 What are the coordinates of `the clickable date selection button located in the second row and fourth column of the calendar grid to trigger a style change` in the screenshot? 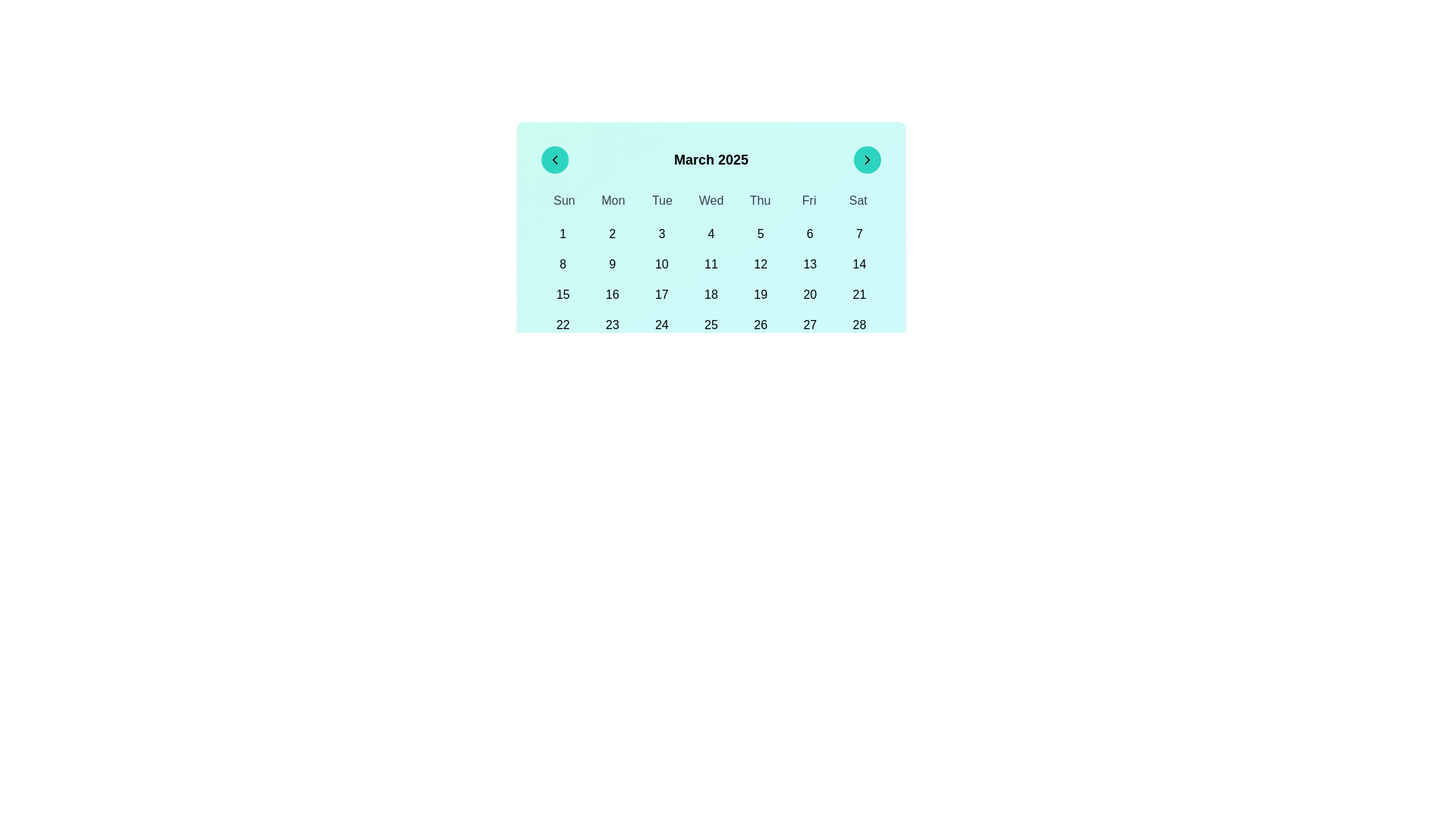 It's located at (710, 263).